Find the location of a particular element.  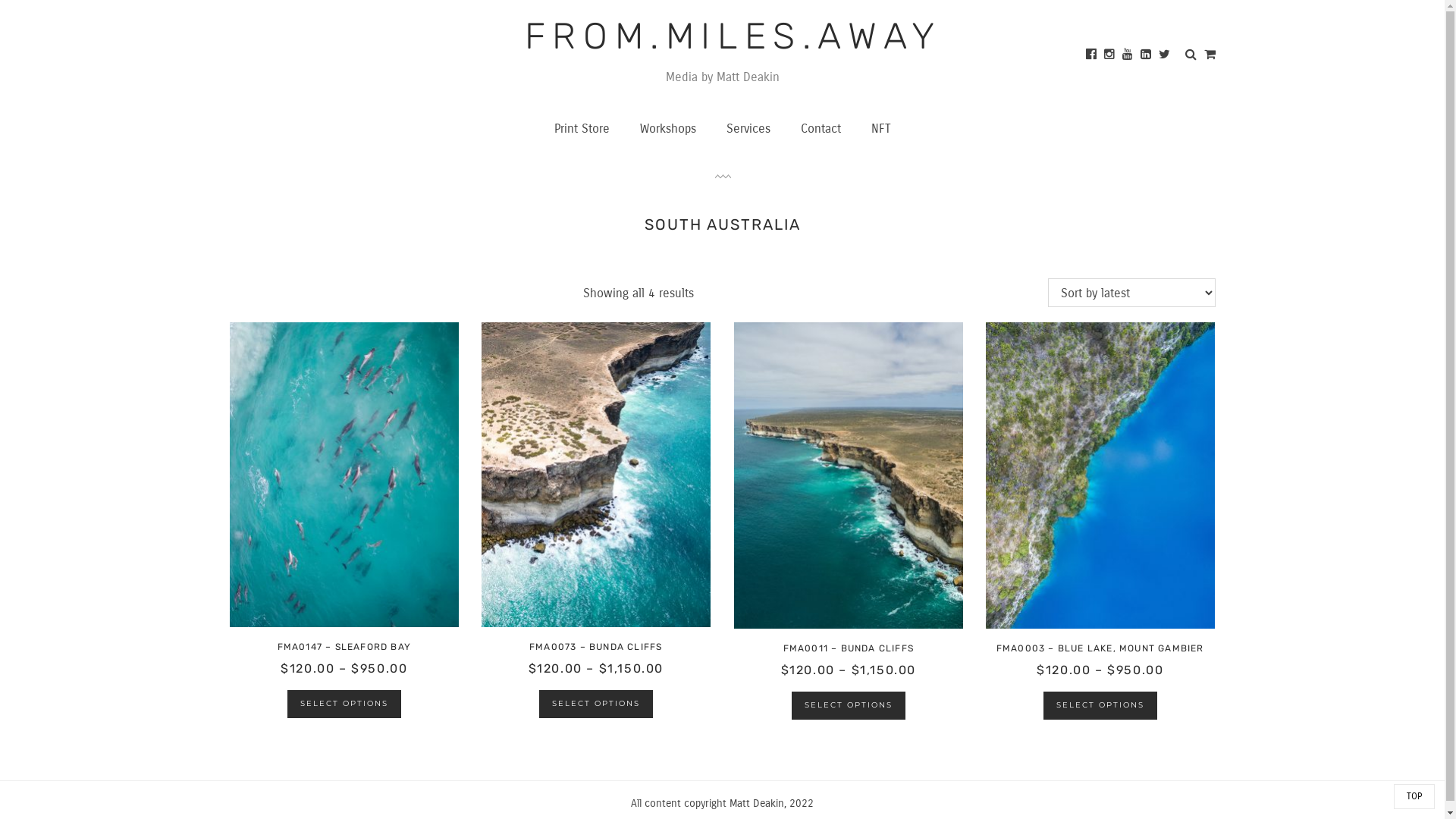

'FROM.MILES.AWAY' is located at coordinates (733, 35).